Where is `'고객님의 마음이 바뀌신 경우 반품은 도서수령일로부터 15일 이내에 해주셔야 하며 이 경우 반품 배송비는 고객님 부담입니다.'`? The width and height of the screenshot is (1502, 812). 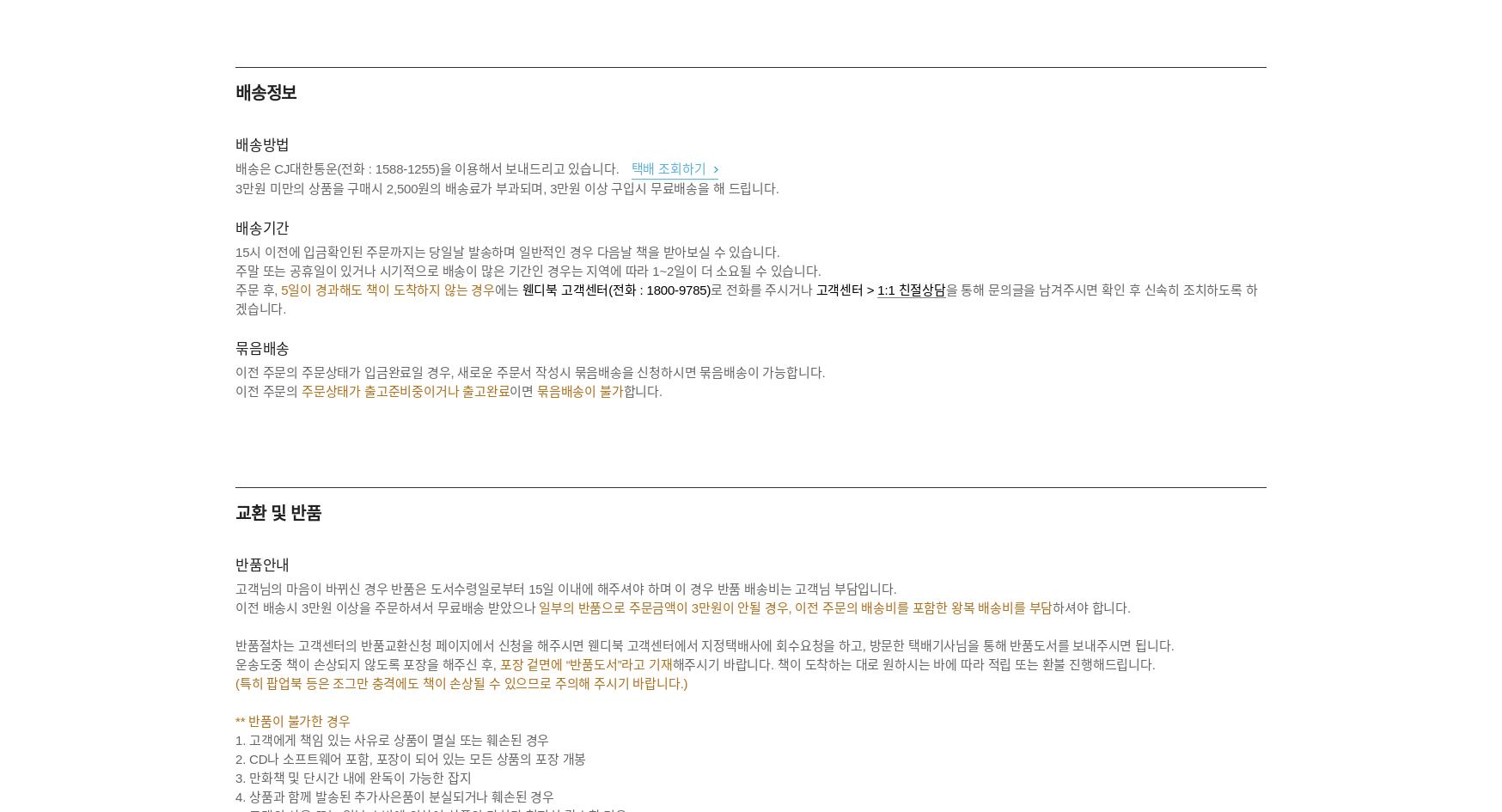
'고객님의 마음이 바뀌신 경우 반품은 도서수령일로부터 15일 이내에 해주셔야 하며 이 경우 반품 배송비는 고객님 부담입니다.' is located at coordinates (235, 589).